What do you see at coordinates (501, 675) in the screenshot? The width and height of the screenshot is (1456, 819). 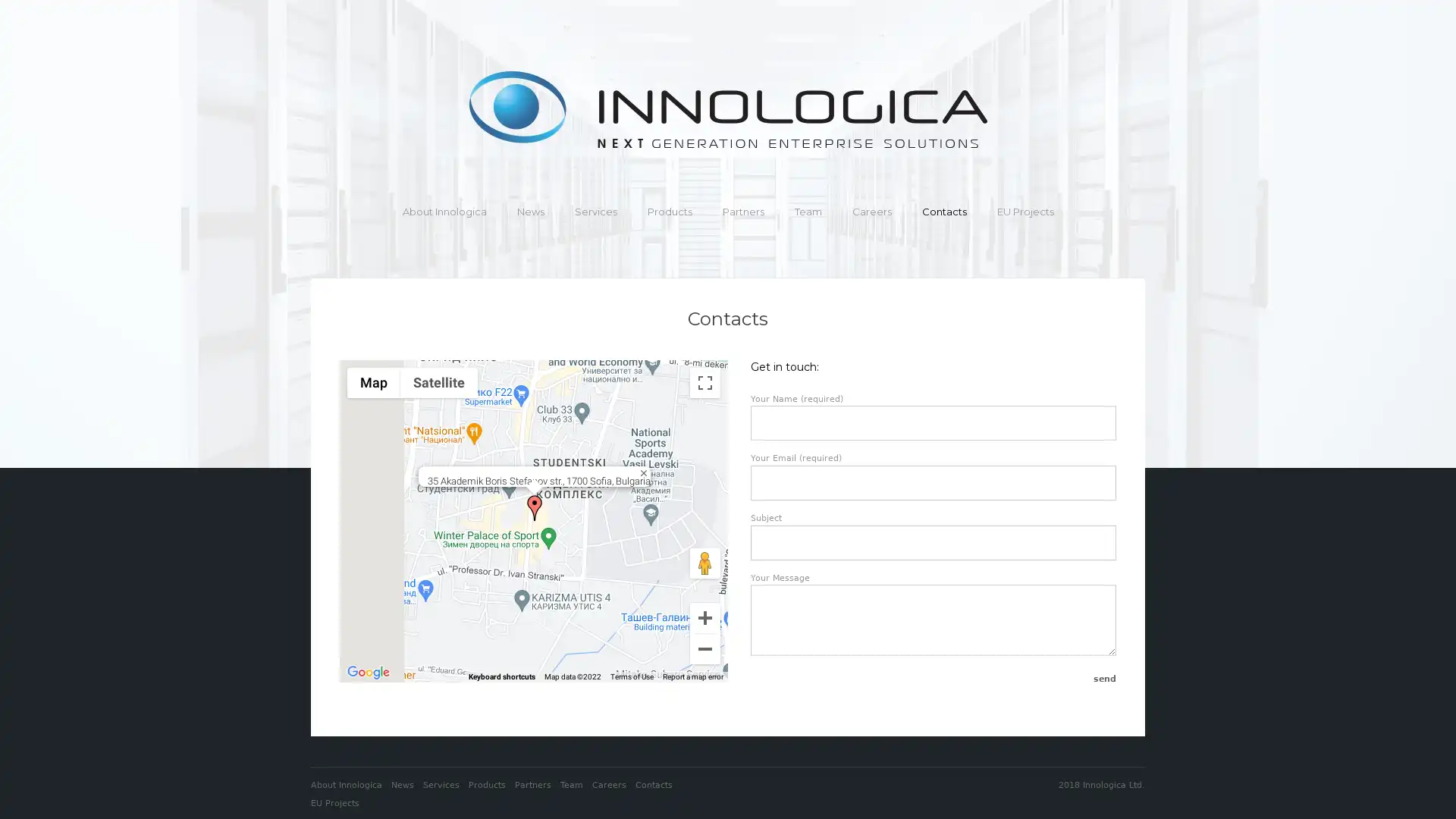 I see `Keyboard shortcuts` at bounding box center [501, 675].